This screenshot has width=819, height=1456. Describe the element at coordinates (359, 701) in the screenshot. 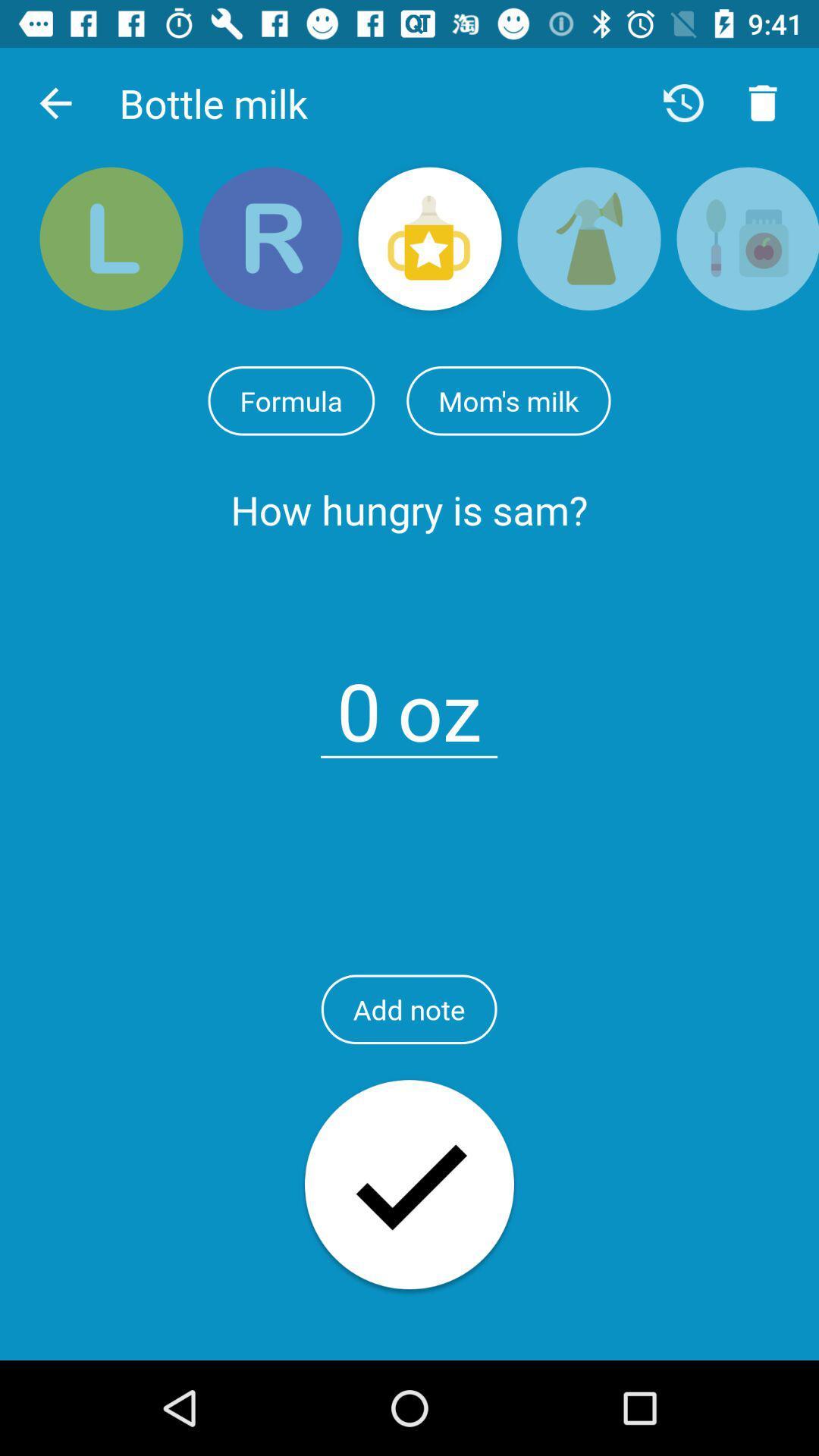

I see `ounces` at that location.